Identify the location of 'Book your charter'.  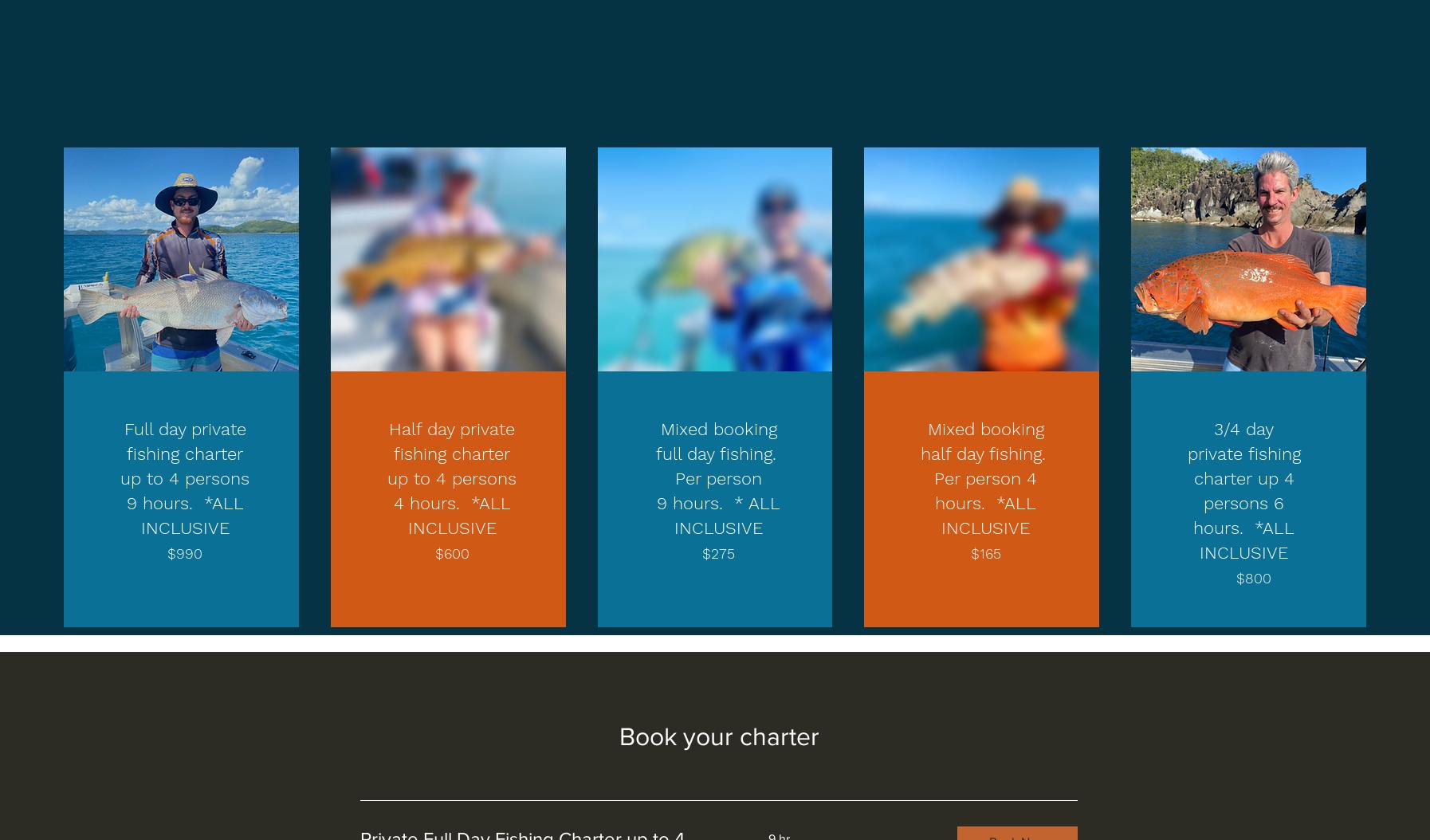
(717, 735).